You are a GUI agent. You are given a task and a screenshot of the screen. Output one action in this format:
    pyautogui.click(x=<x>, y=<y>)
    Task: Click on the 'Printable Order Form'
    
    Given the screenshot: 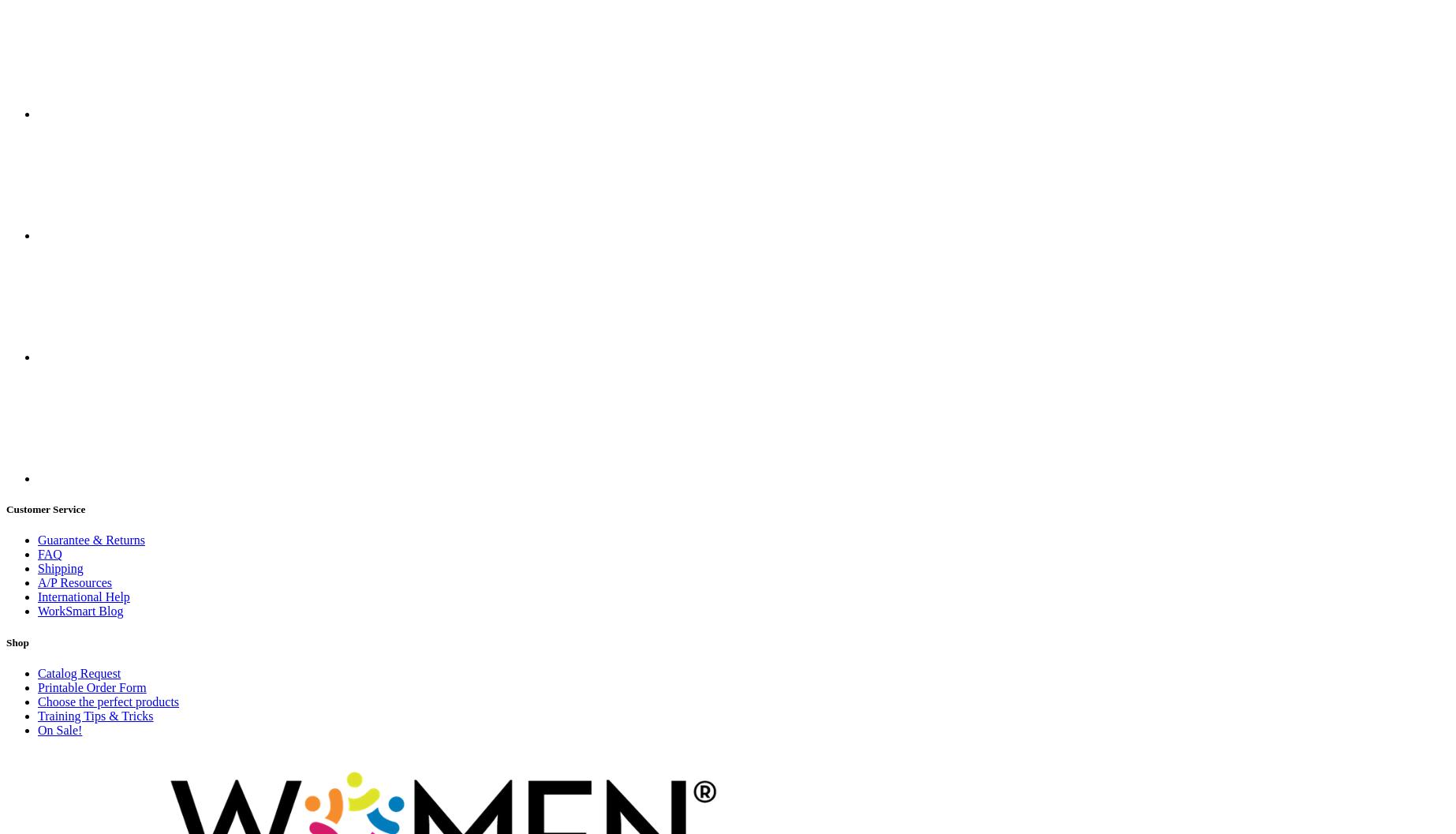 What is the action you would take?
    pyautogui.click(x=91, y=686)
    